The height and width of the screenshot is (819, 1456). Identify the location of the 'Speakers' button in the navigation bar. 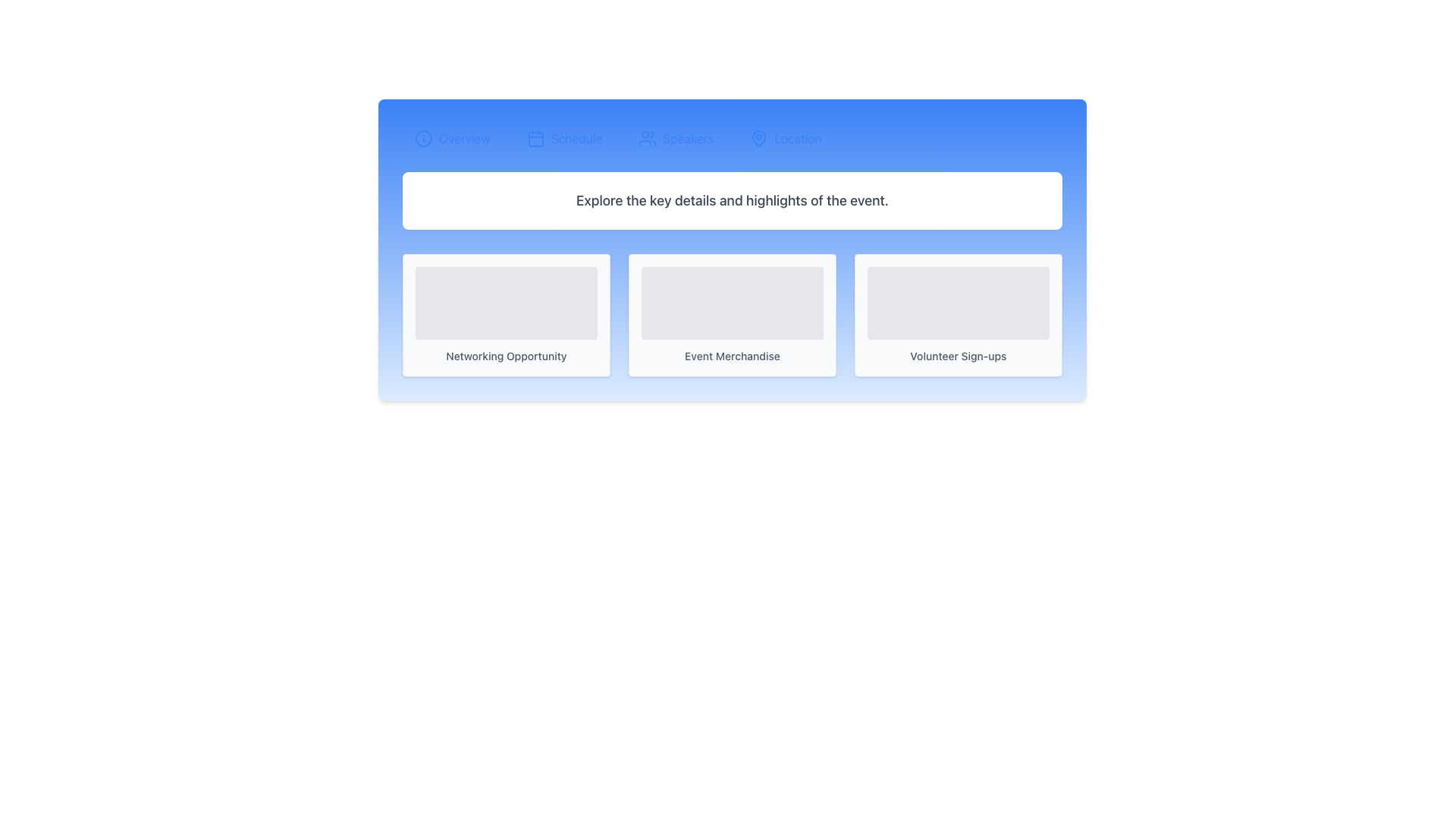
(732, 138).